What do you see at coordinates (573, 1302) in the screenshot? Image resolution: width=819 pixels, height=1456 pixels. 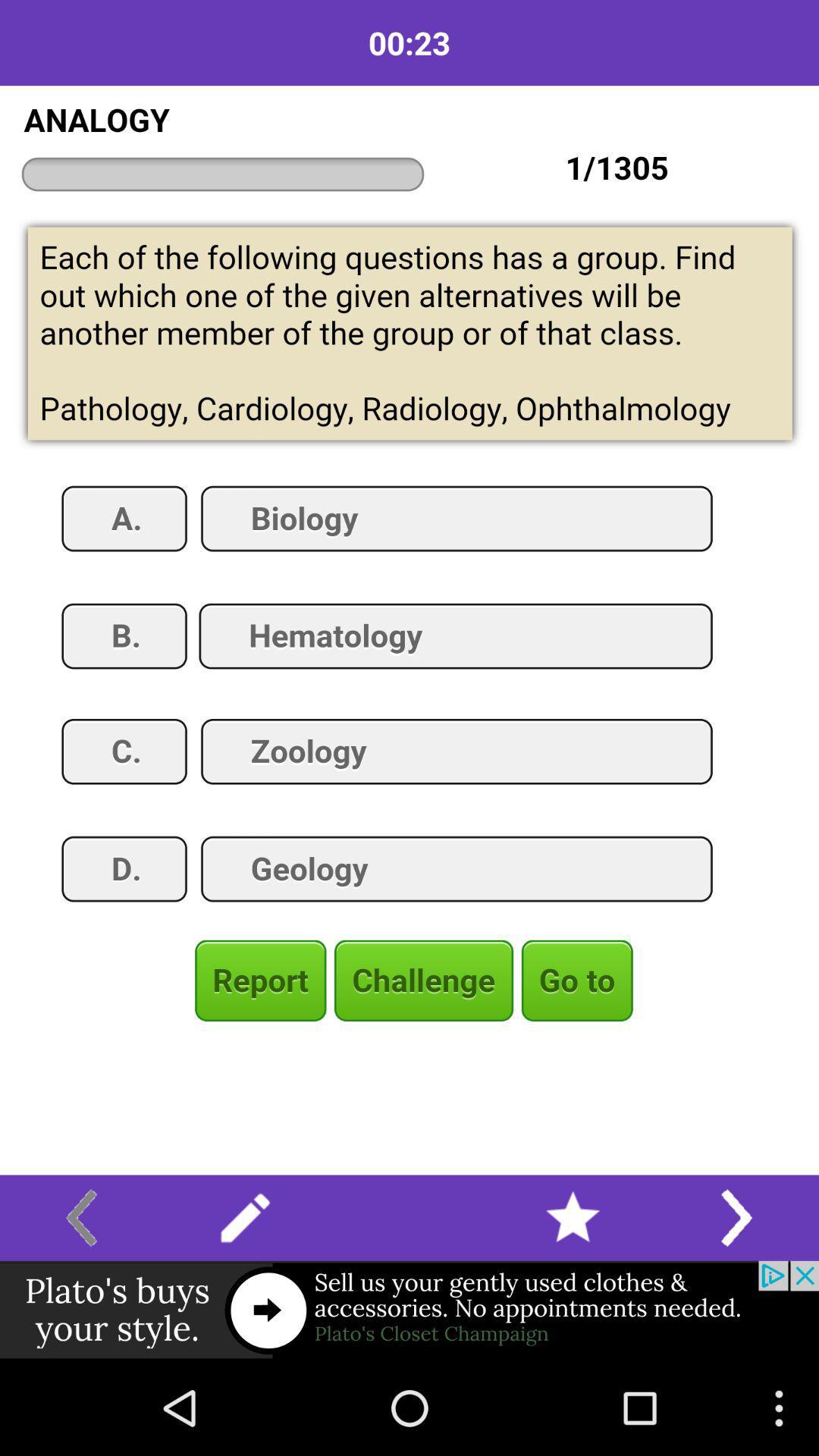 I see `the star icon` at bounding box center [573, 1302].